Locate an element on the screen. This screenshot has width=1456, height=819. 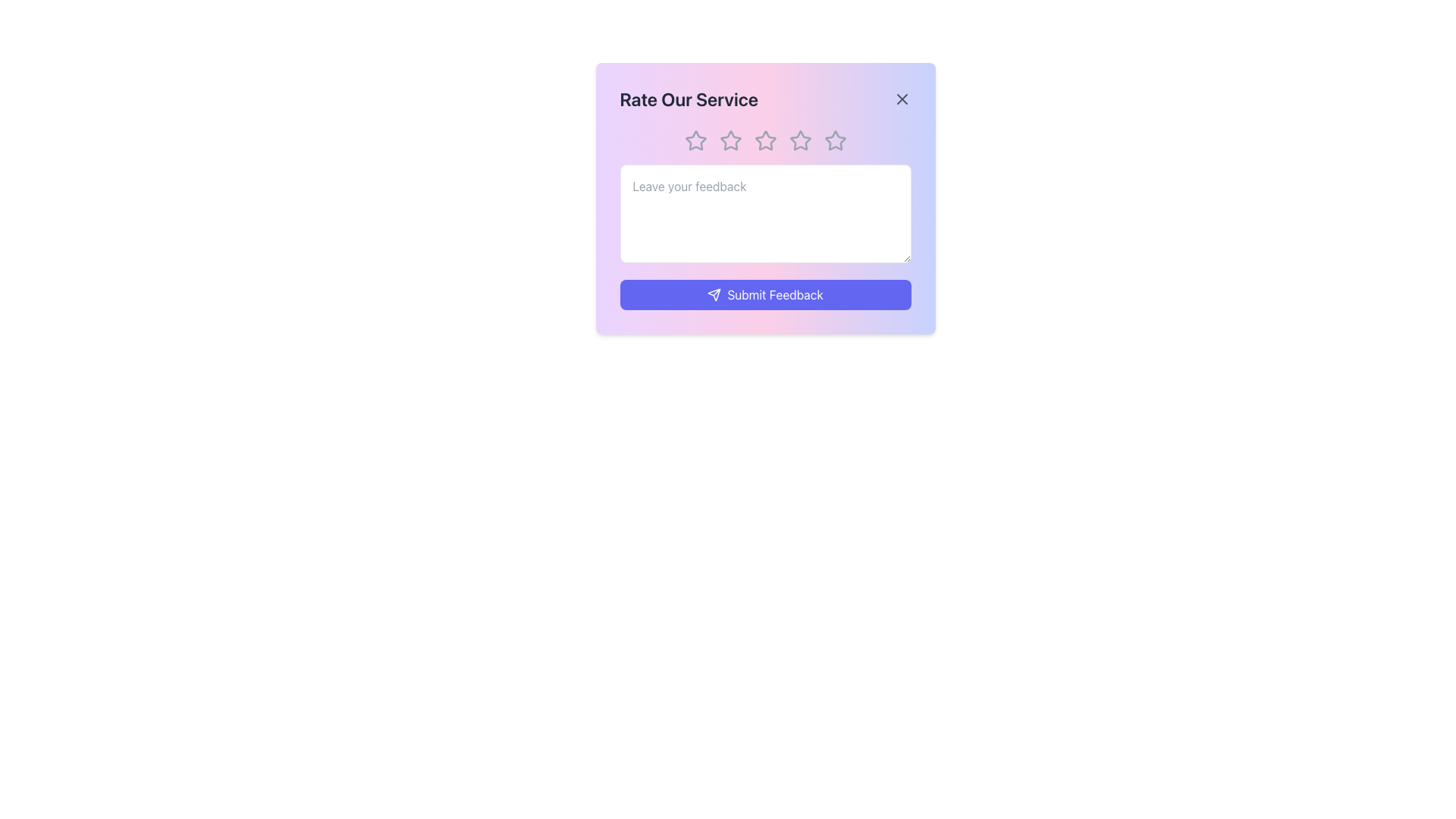
the feedback submission button located below the text input field in the feedback form is located at coordinates (765, 295).